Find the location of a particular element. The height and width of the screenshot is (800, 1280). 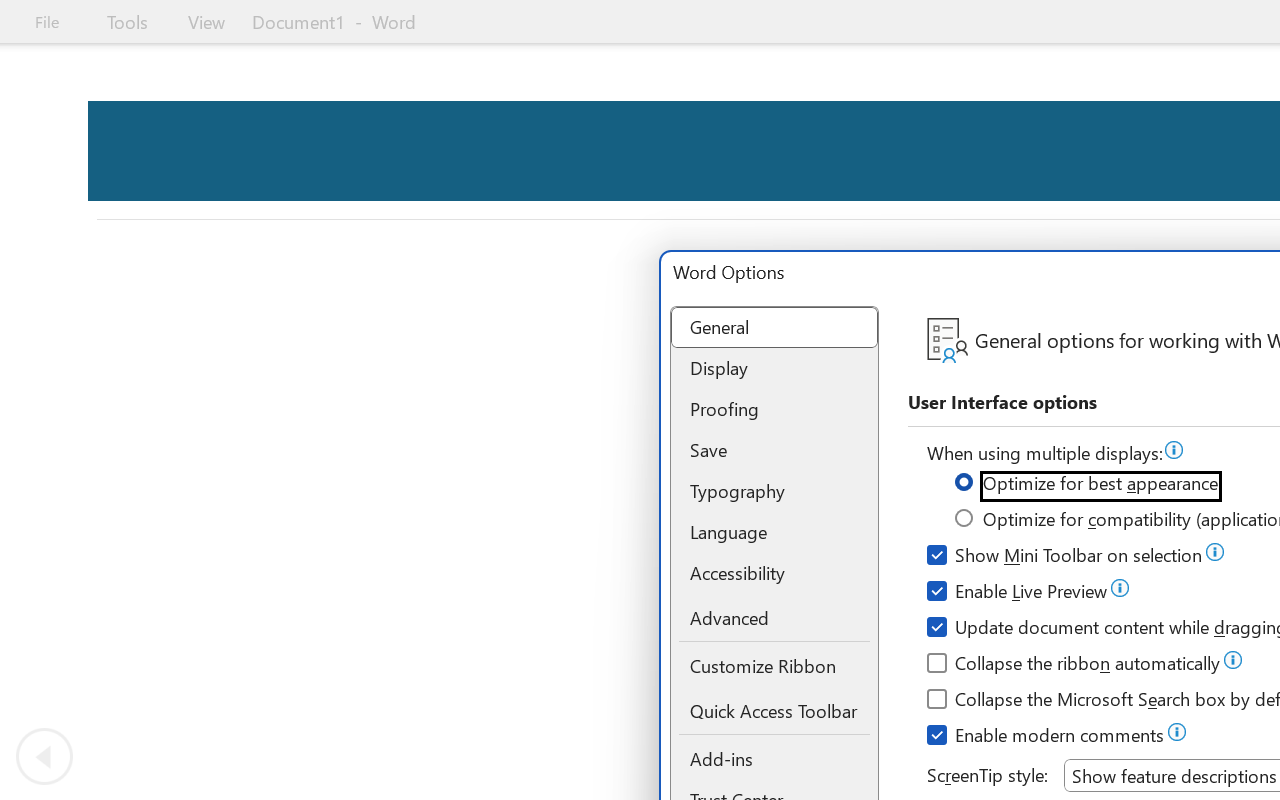

'Display' is located at coordinates (773, 367).